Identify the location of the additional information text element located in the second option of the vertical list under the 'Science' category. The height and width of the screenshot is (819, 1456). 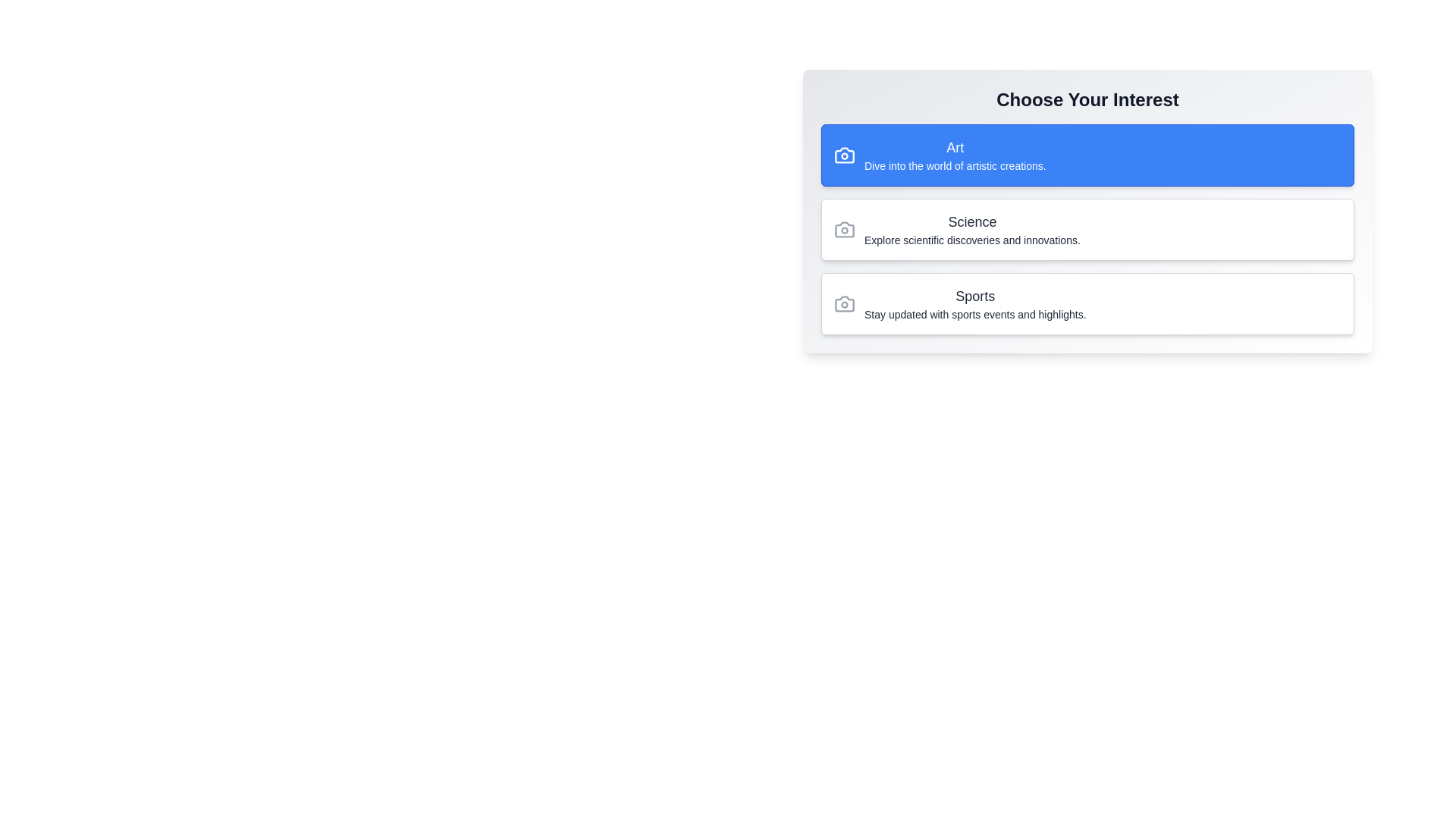
(972, 239).